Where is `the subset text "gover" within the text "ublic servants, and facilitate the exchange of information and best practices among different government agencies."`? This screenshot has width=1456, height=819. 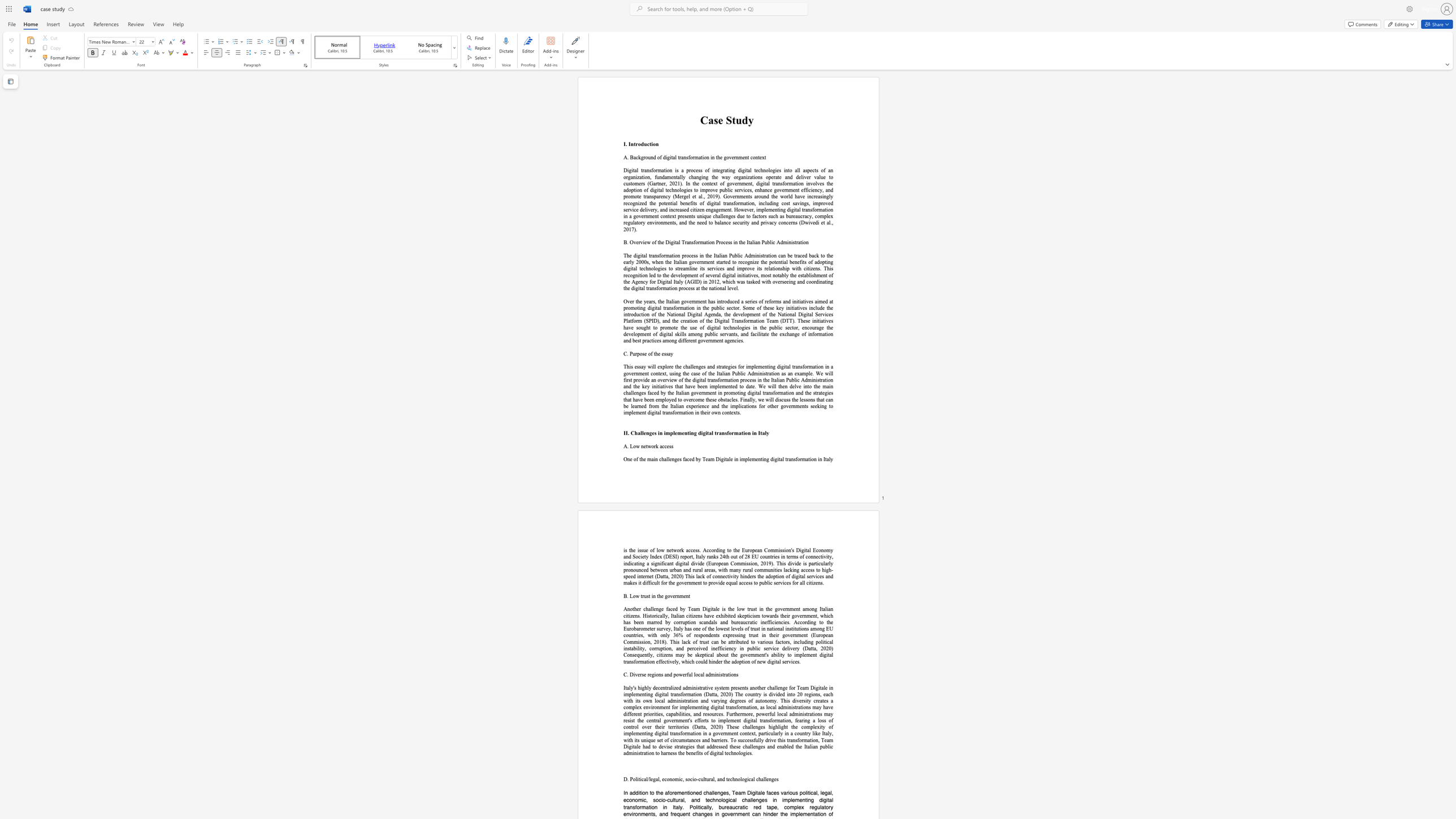 the subset text "gover" within the text "ublic servants, and facilitate the exchange of information and best practices among different government agencies." is located at coordinates (697, 340).